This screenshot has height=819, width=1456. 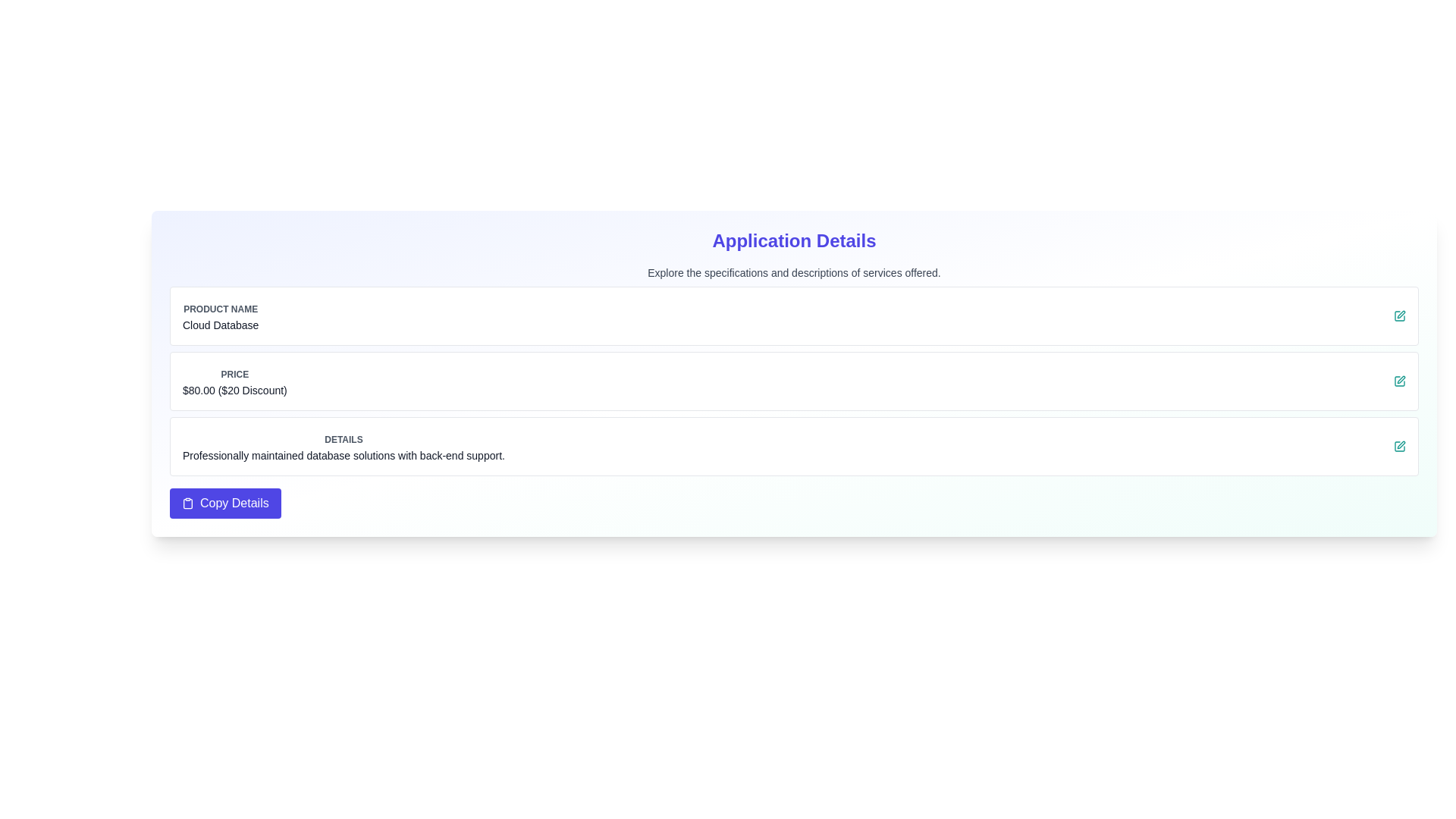 I want to click on the 'Cloud Database' text label located below the 'PRODUCT NAME' label in the product information table, so click(x=220, y=324).